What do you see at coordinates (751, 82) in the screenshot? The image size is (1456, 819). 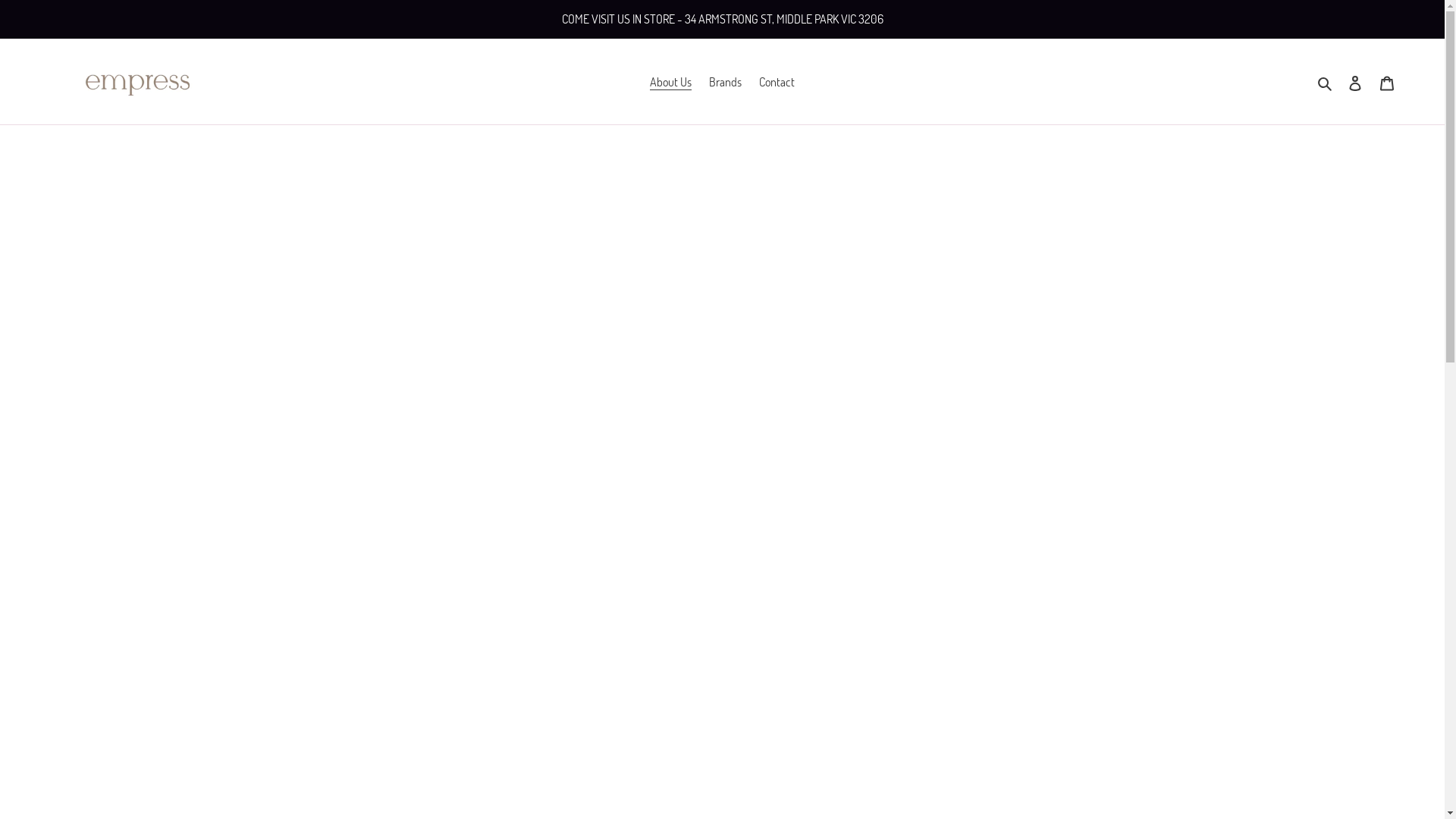 I see `'Contact'` at bounding box center [751, 82].